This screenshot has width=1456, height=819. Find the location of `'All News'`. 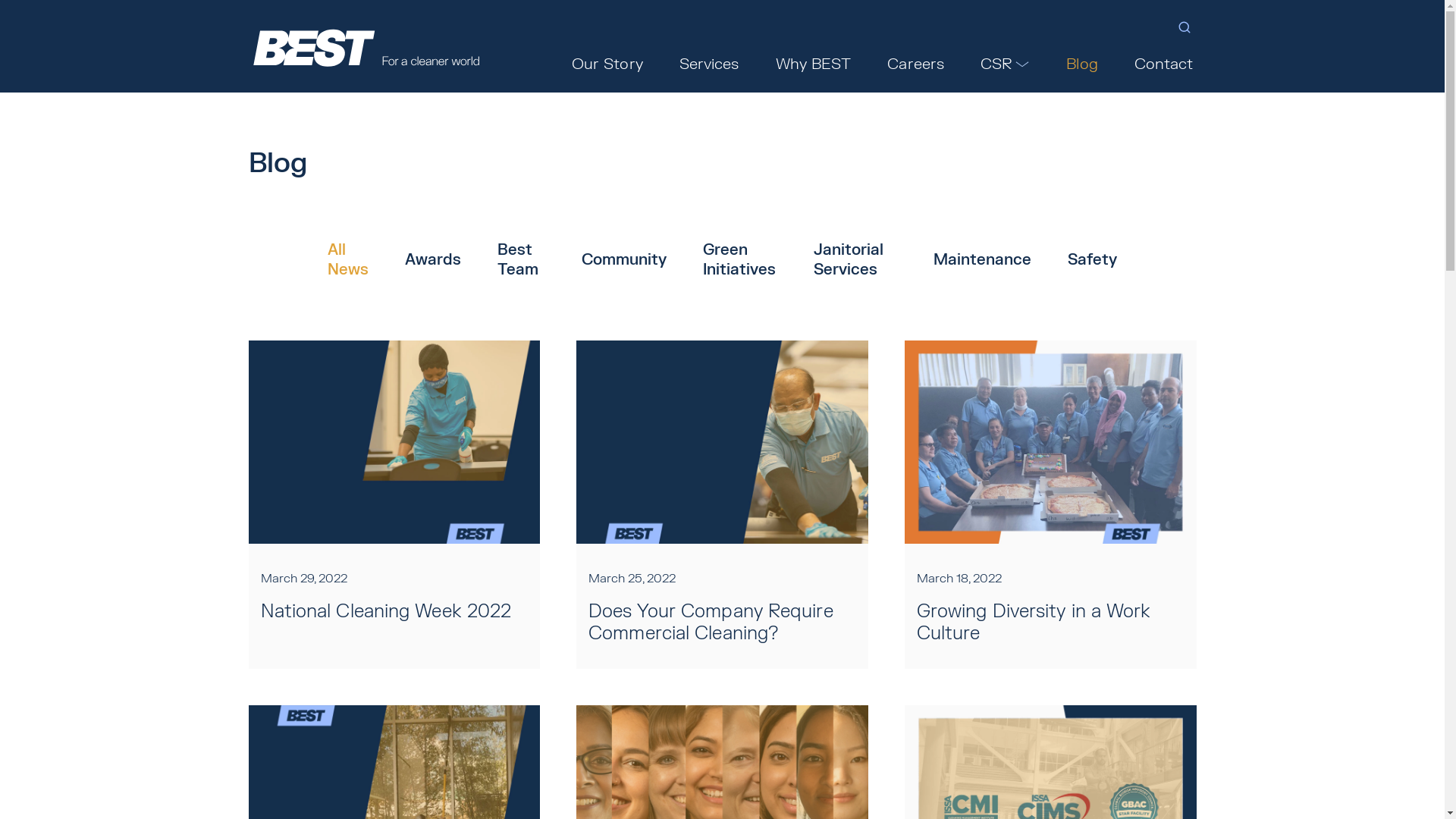

'All News' is located at coordinates (347, 259).